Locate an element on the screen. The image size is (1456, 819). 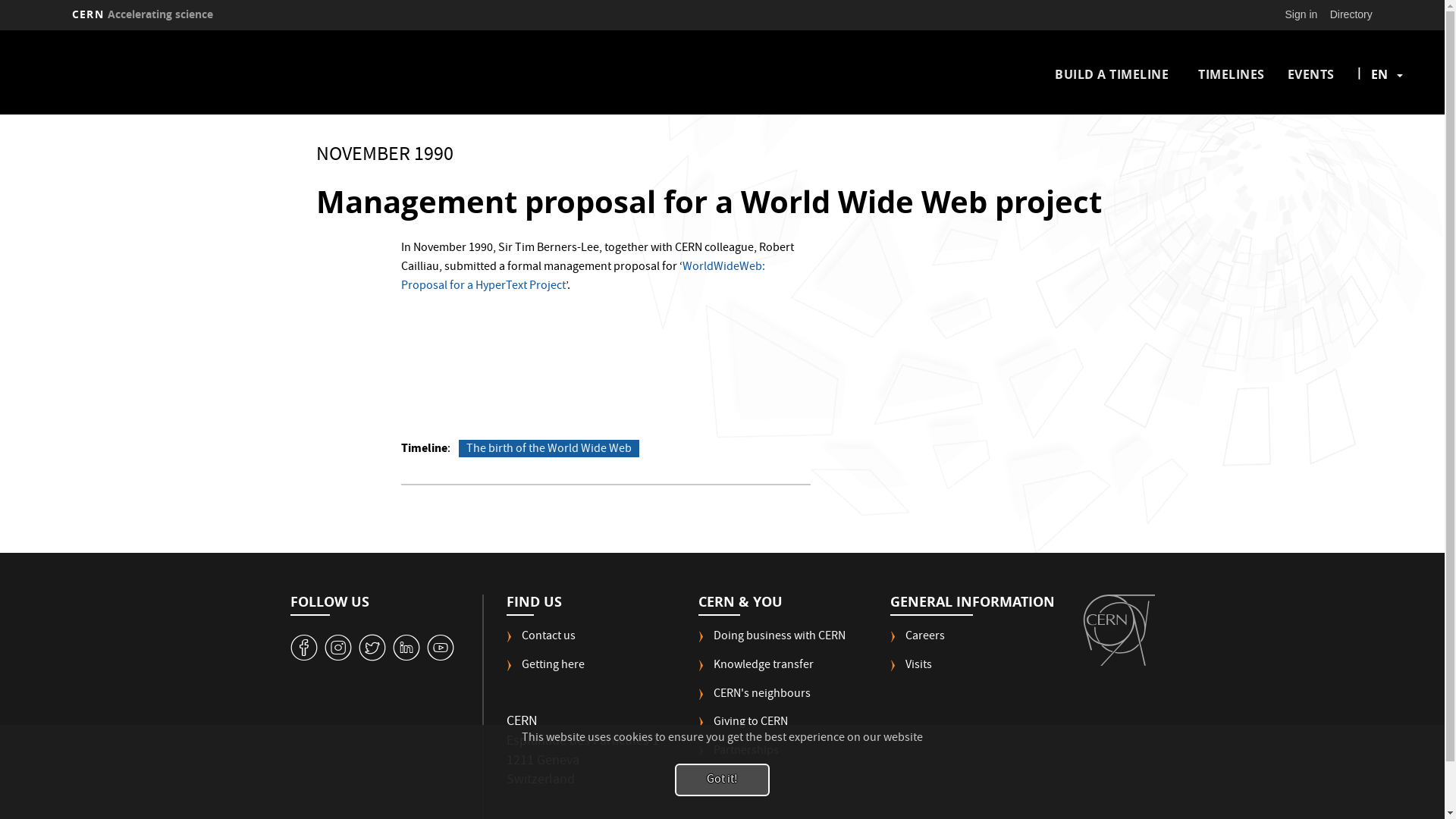
'Partnerships' is located at coordinates (739, 758).